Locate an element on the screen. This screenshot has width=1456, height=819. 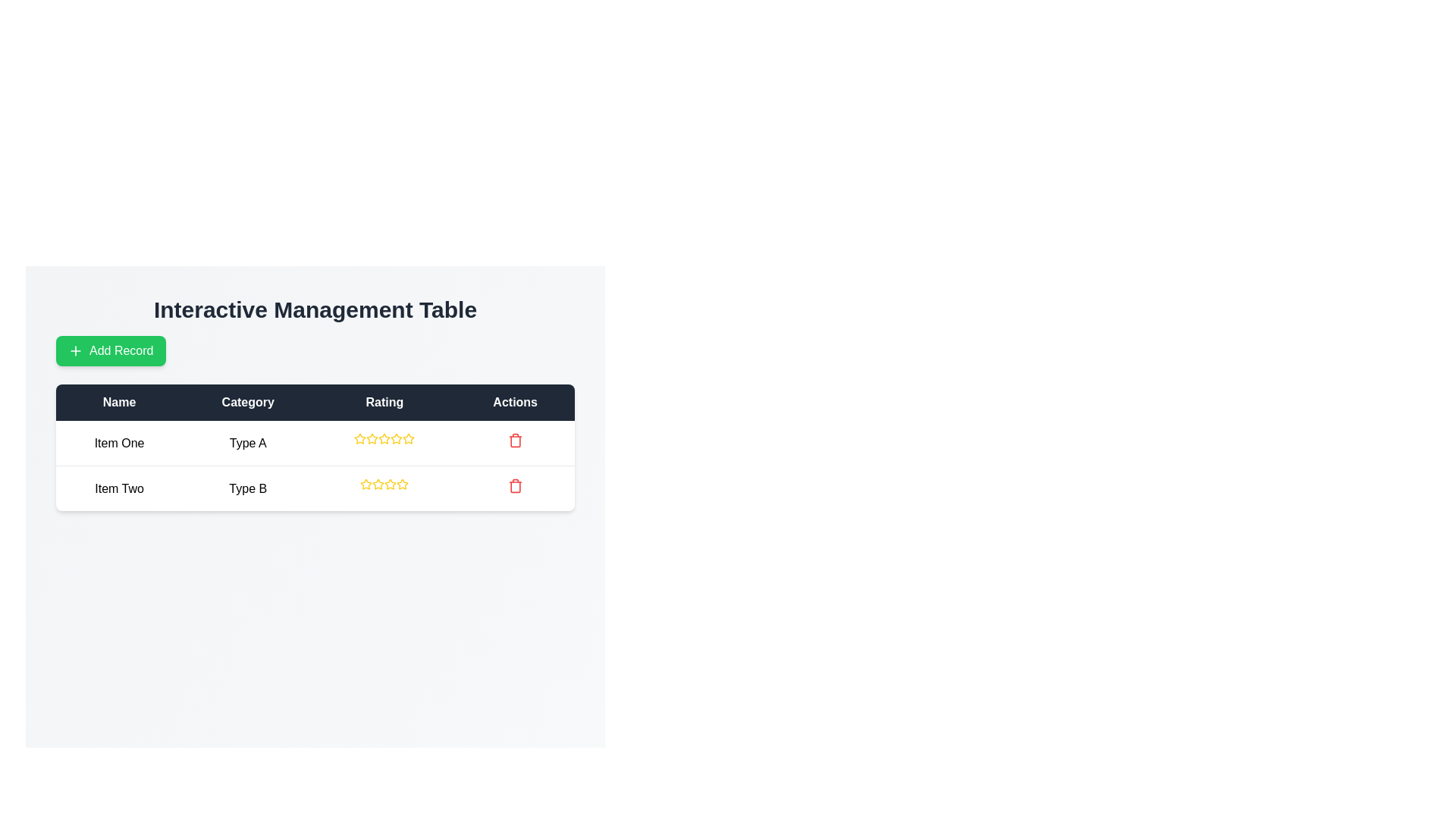
the first yellow star icon in the rating system, located under the 'Rating' column of 'Item One' is located at coordinates (359, 438).